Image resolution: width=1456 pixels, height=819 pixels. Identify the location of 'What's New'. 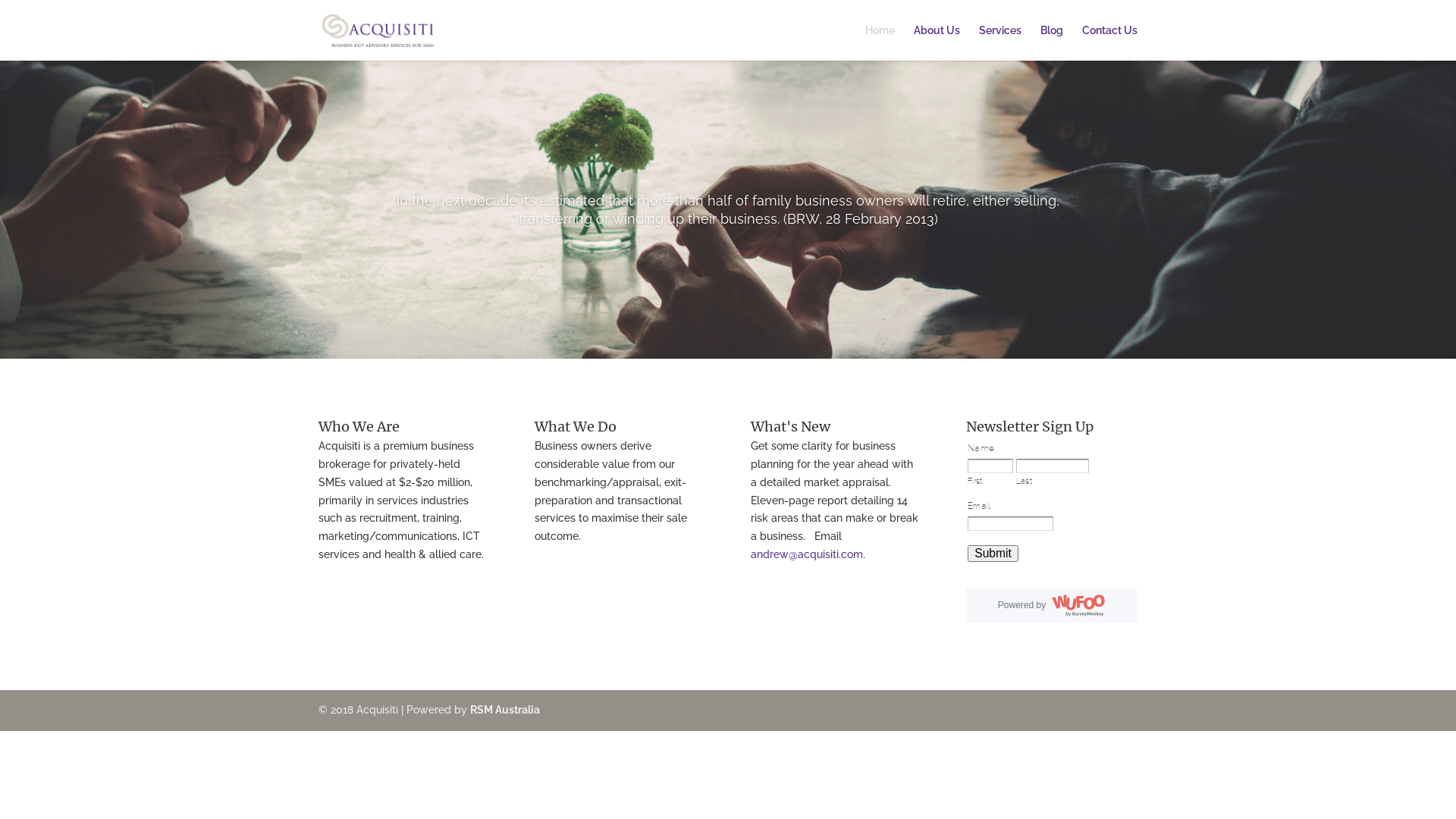
(750, 426).